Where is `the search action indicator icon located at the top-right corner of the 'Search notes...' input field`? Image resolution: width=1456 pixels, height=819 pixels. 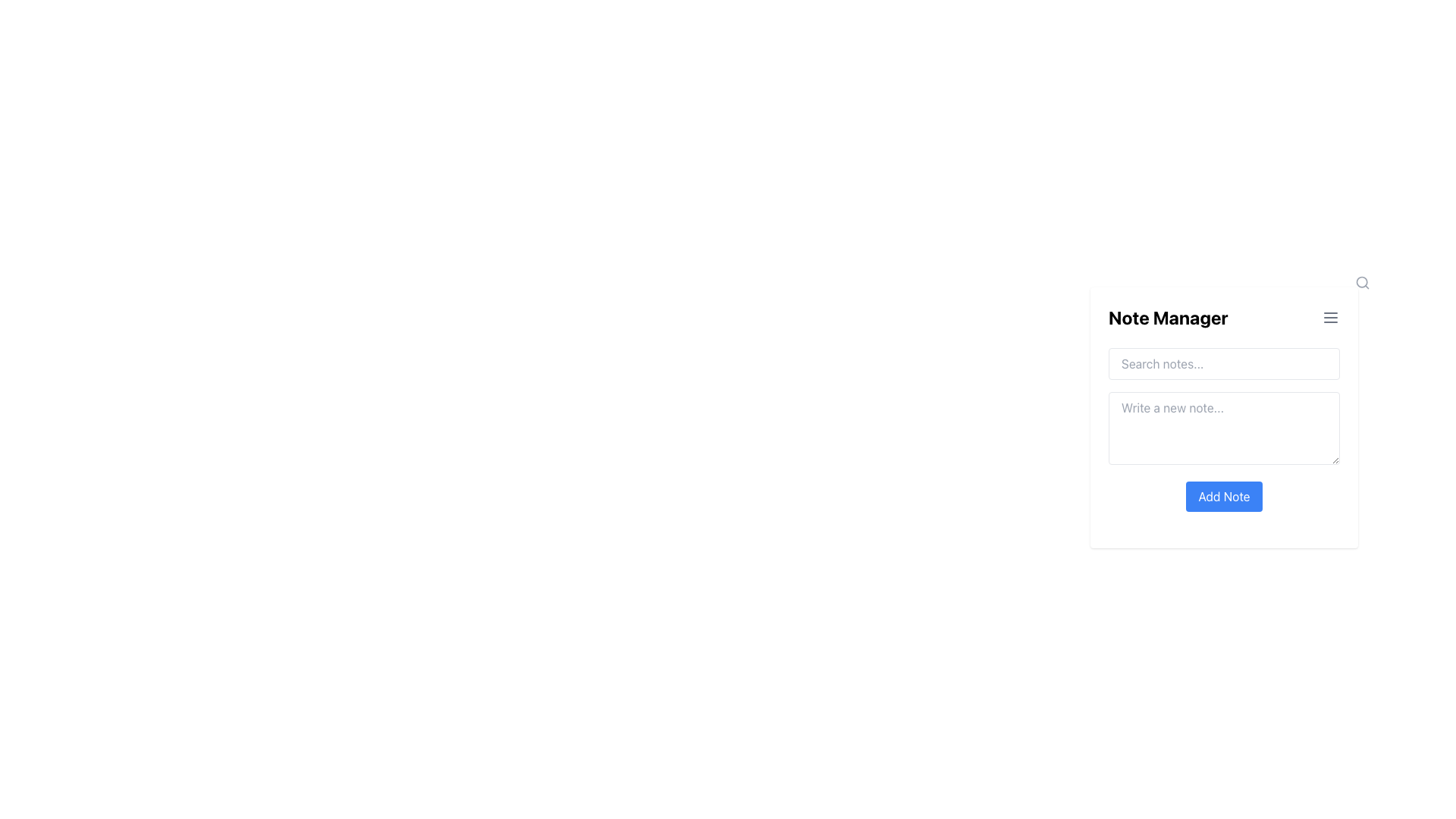
the search action indicator icon located at the top-right corner of the 'Search notes...' input field is located at coordinates (1362, 283).